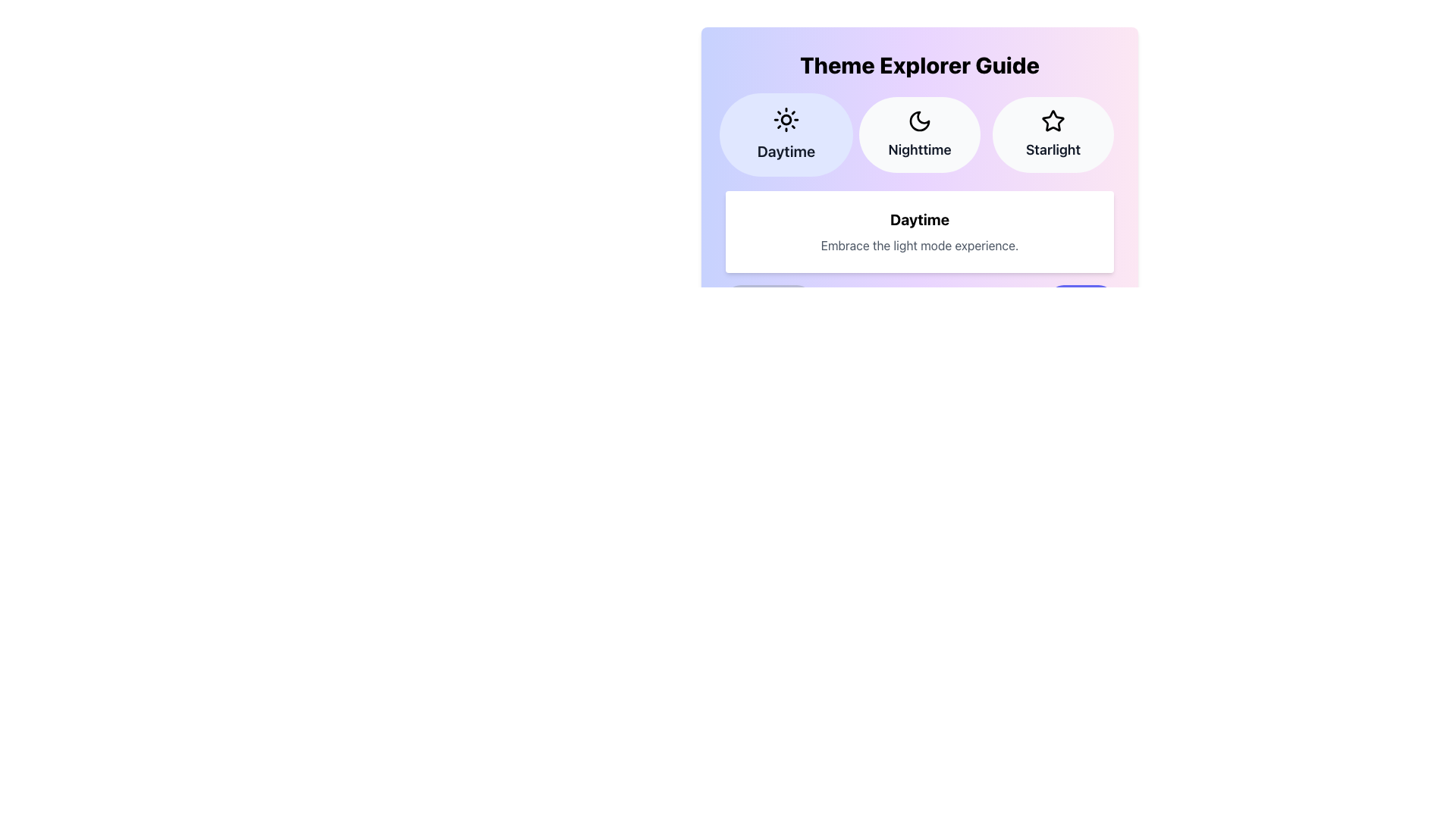  I want to click on the 'Nighttime' mode button located at the top center of the interface, so click(919, 133).